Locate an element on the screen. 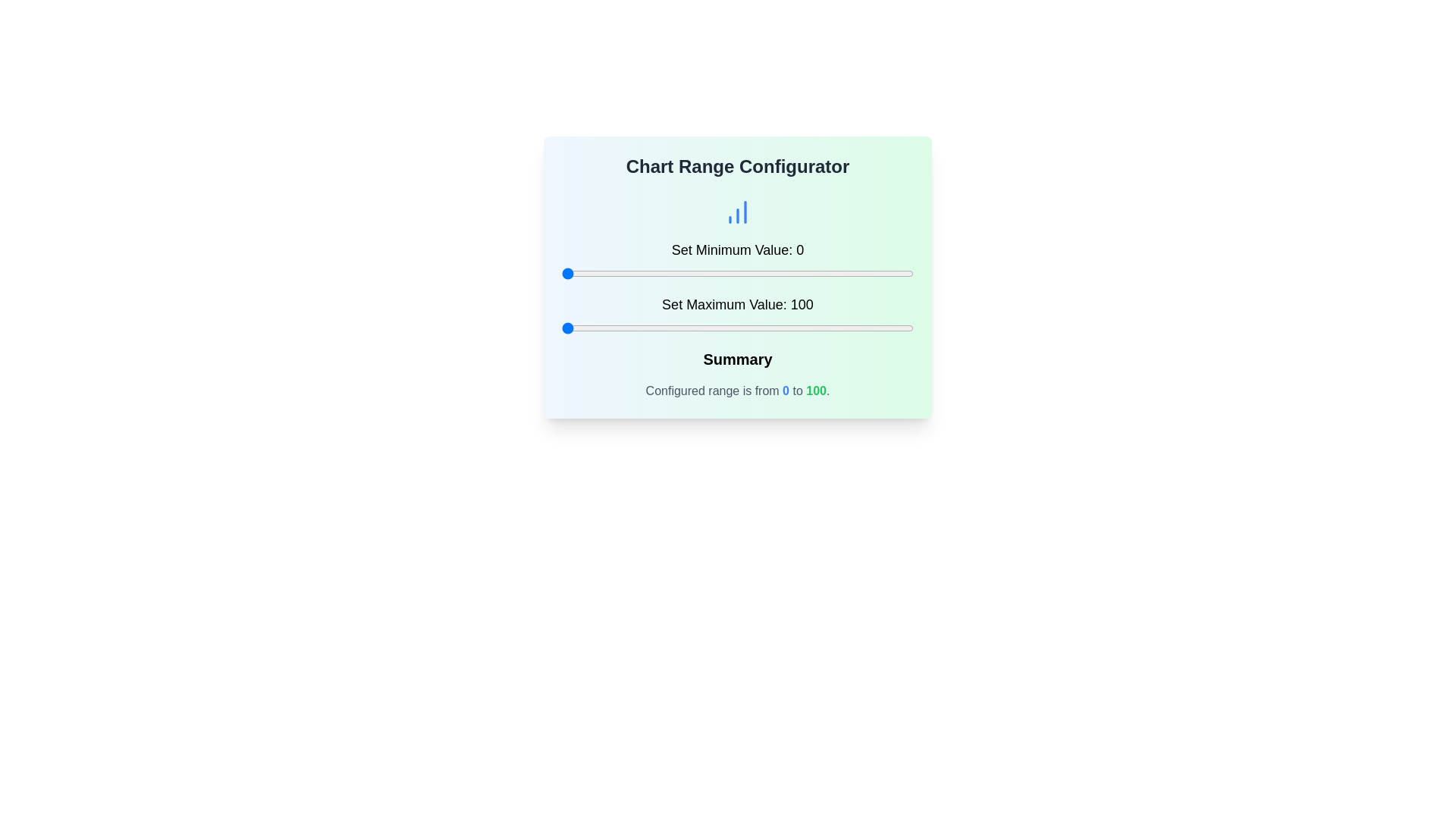  the minimum value slider to set the value to 23 is located at coordinates (642, 274).